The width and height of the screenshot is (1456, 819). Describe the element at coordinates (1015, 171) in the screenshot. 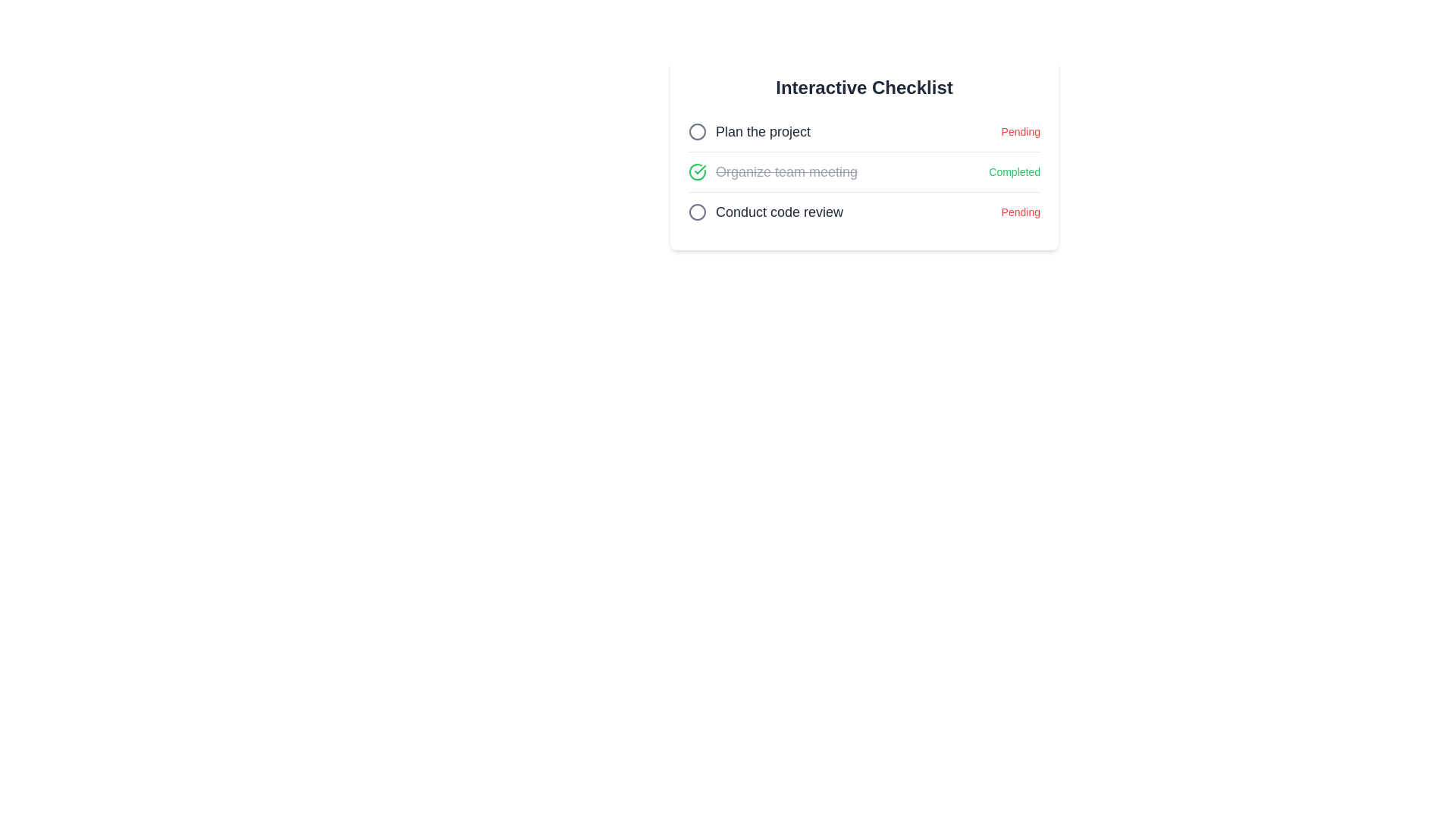

I see `the status indicator text label that marks the associated task as completed, located near 'Organize team meeting'` at that location.